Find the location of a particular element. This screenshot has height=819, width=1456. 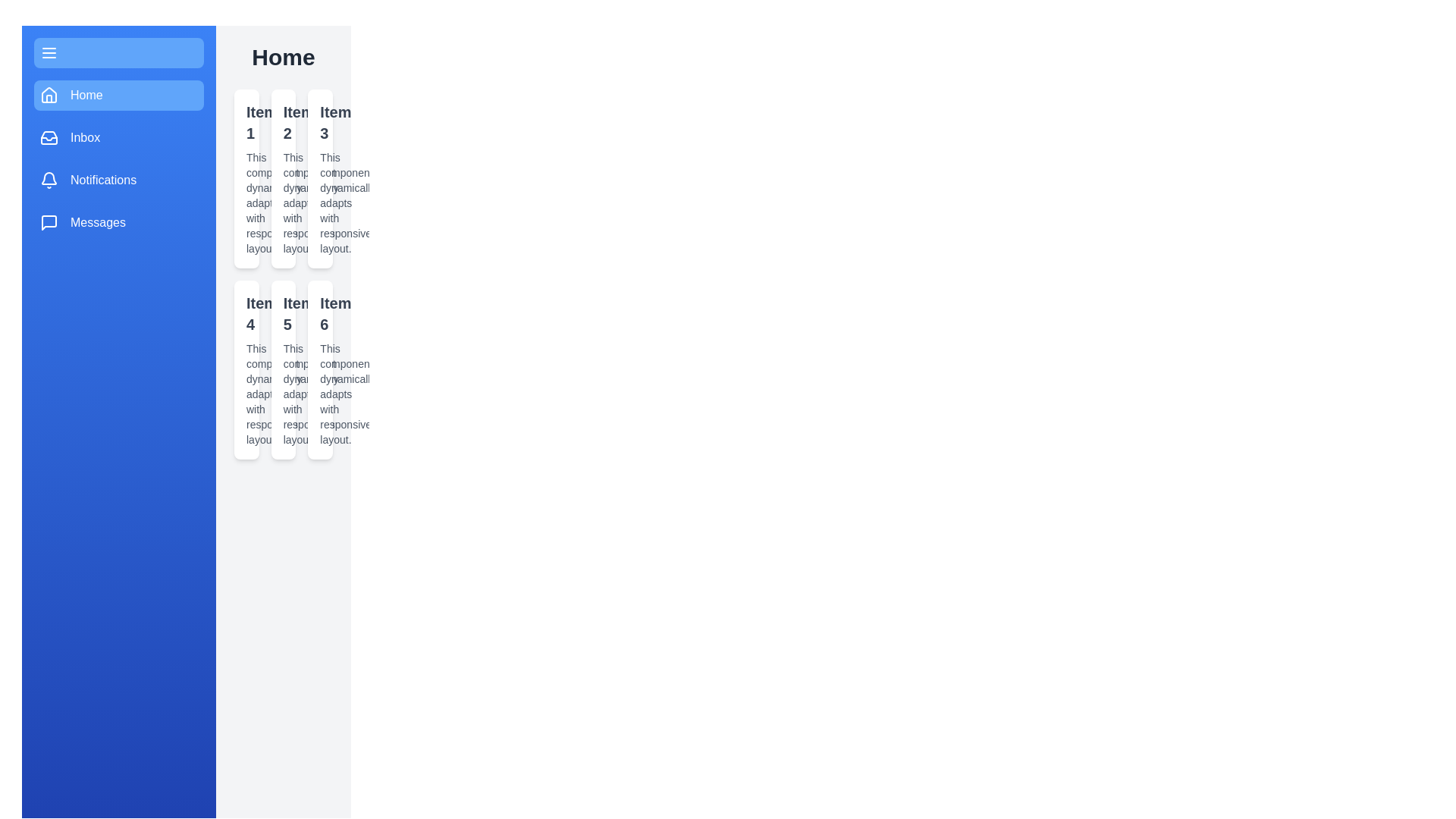

the house icon in the navigation sidebar is located at coordinates (49, 94).